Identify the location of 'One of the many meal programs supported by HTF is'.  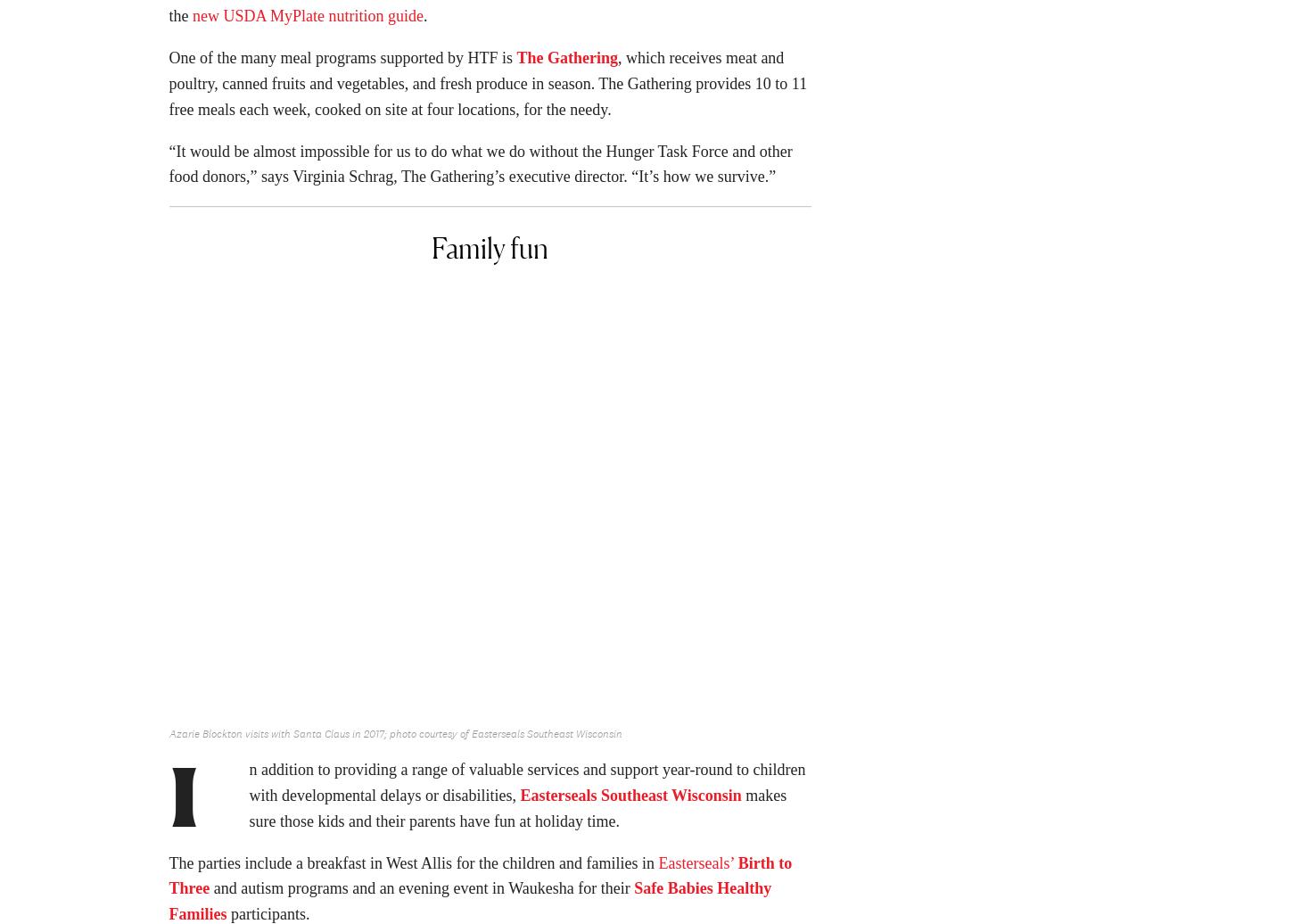
(167, 62).